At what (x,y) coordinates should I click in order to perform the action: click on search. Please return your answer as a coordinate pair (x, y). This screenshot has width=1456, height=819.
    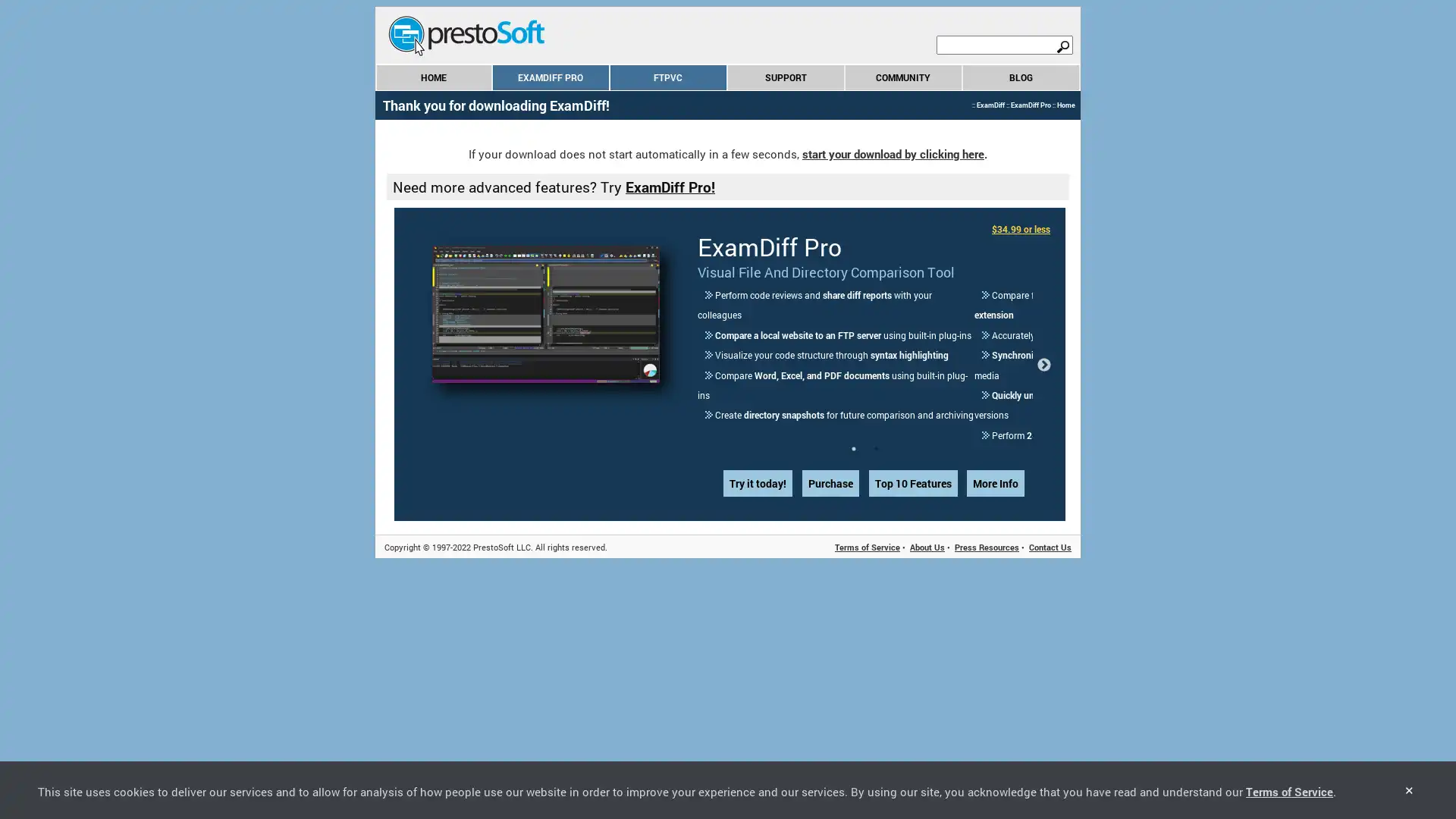
    Looking at the image, I should click on (1062, 45).